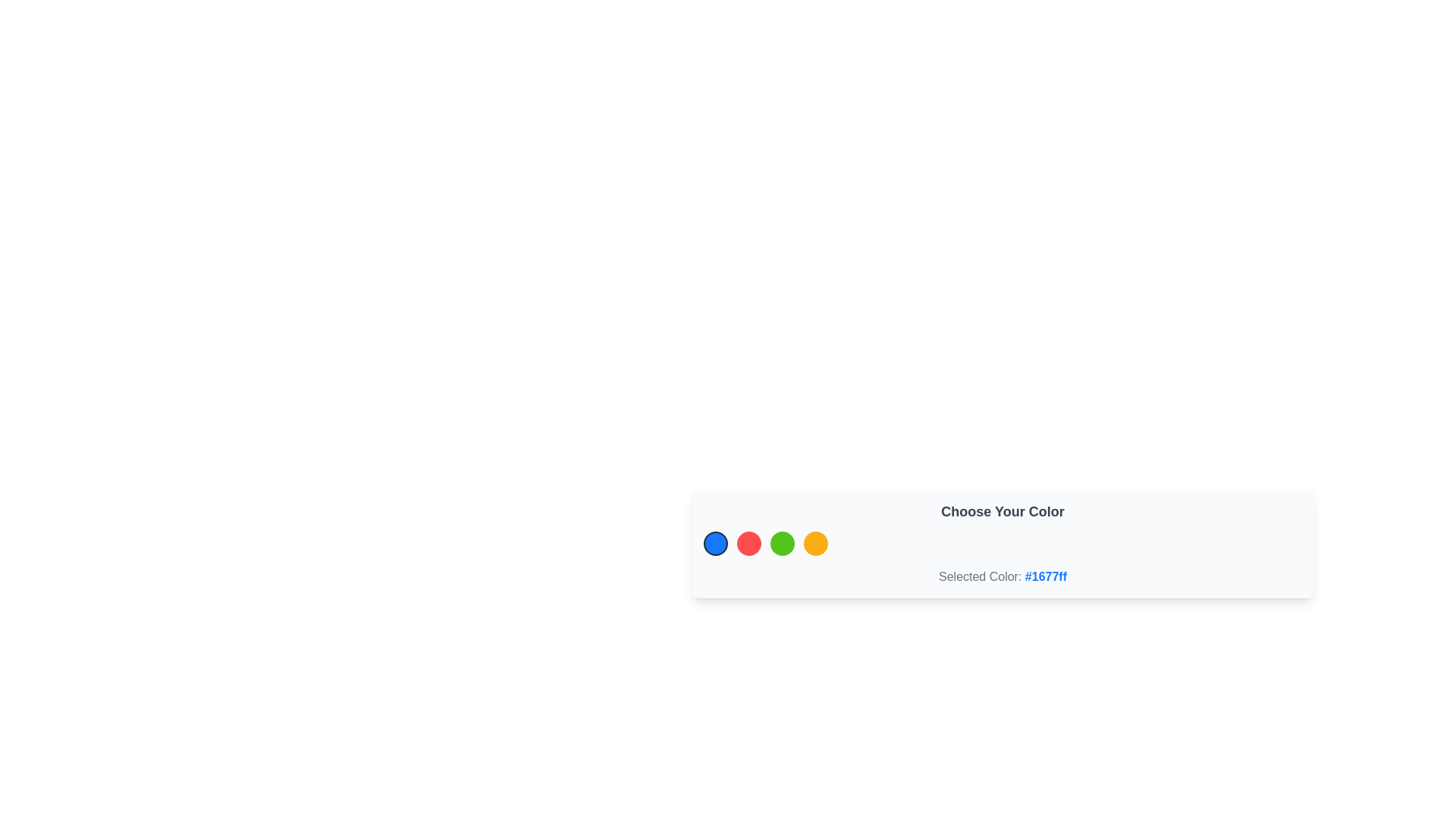  Describe the element at coordinates (715, 543) in the screenshot. I see `the first circular interactive button filled with solid blue color` at that location.